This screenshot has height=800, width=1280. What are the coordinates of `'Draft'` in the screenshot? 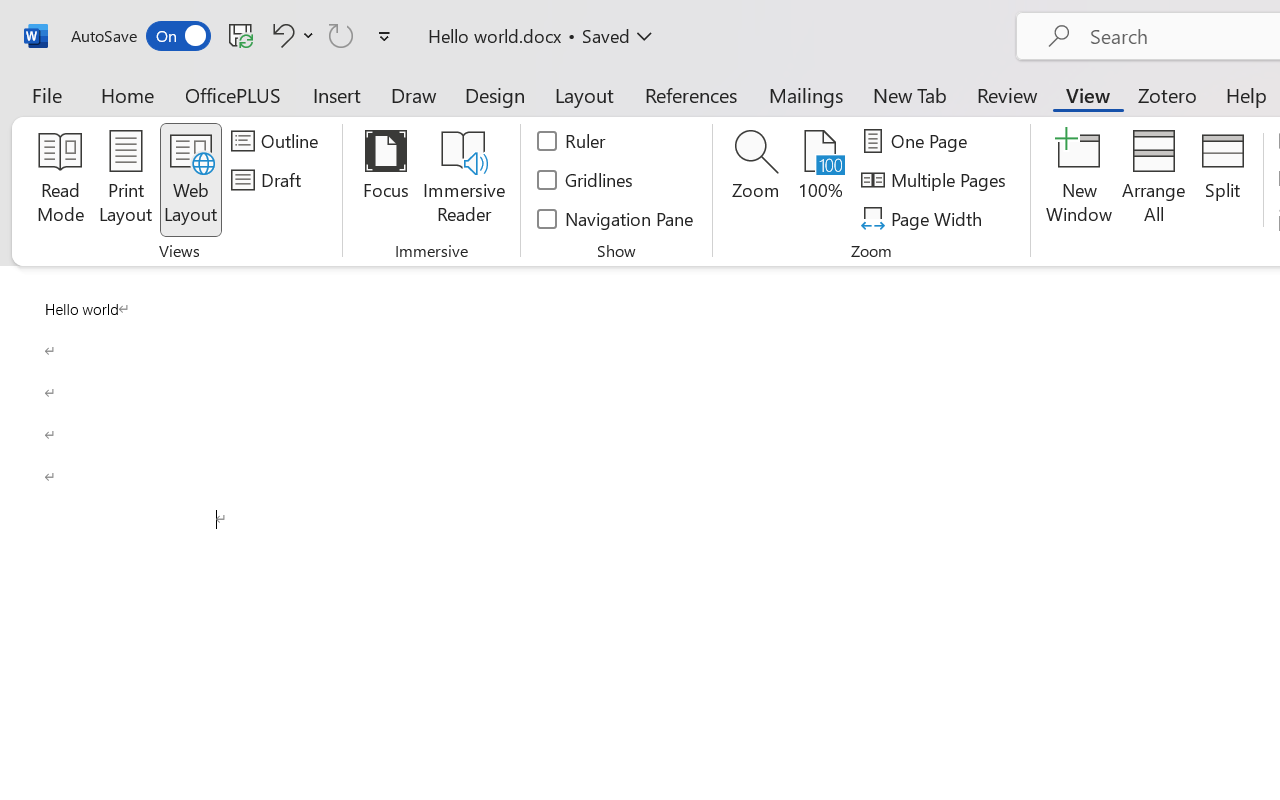 It's located at (268, 179).